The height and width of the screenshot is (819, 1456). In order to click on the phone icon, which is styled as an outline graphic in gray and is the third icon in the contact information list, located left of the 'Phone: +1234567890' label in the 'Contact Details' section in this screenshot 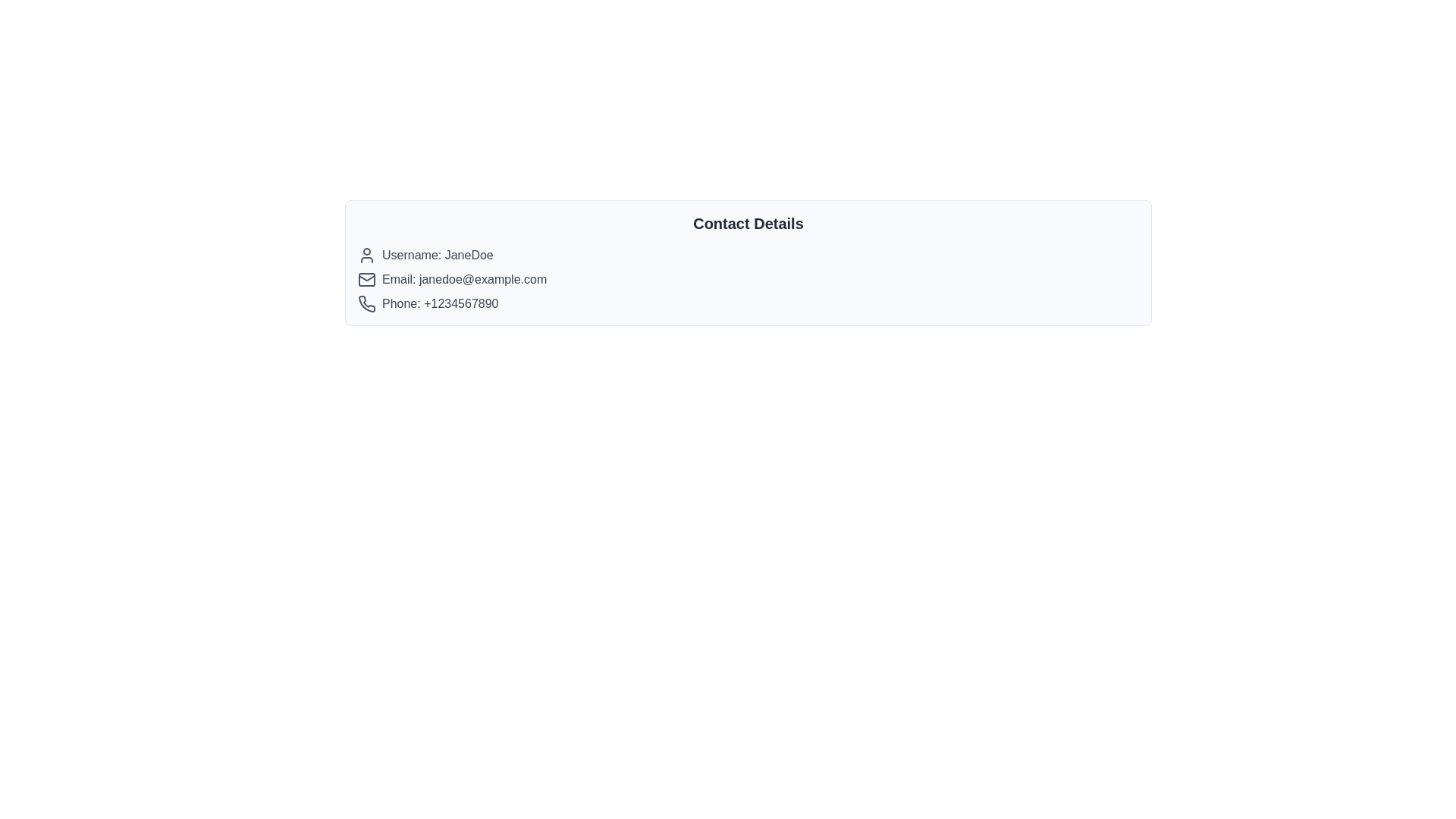, I will do `click(367, 304)`.